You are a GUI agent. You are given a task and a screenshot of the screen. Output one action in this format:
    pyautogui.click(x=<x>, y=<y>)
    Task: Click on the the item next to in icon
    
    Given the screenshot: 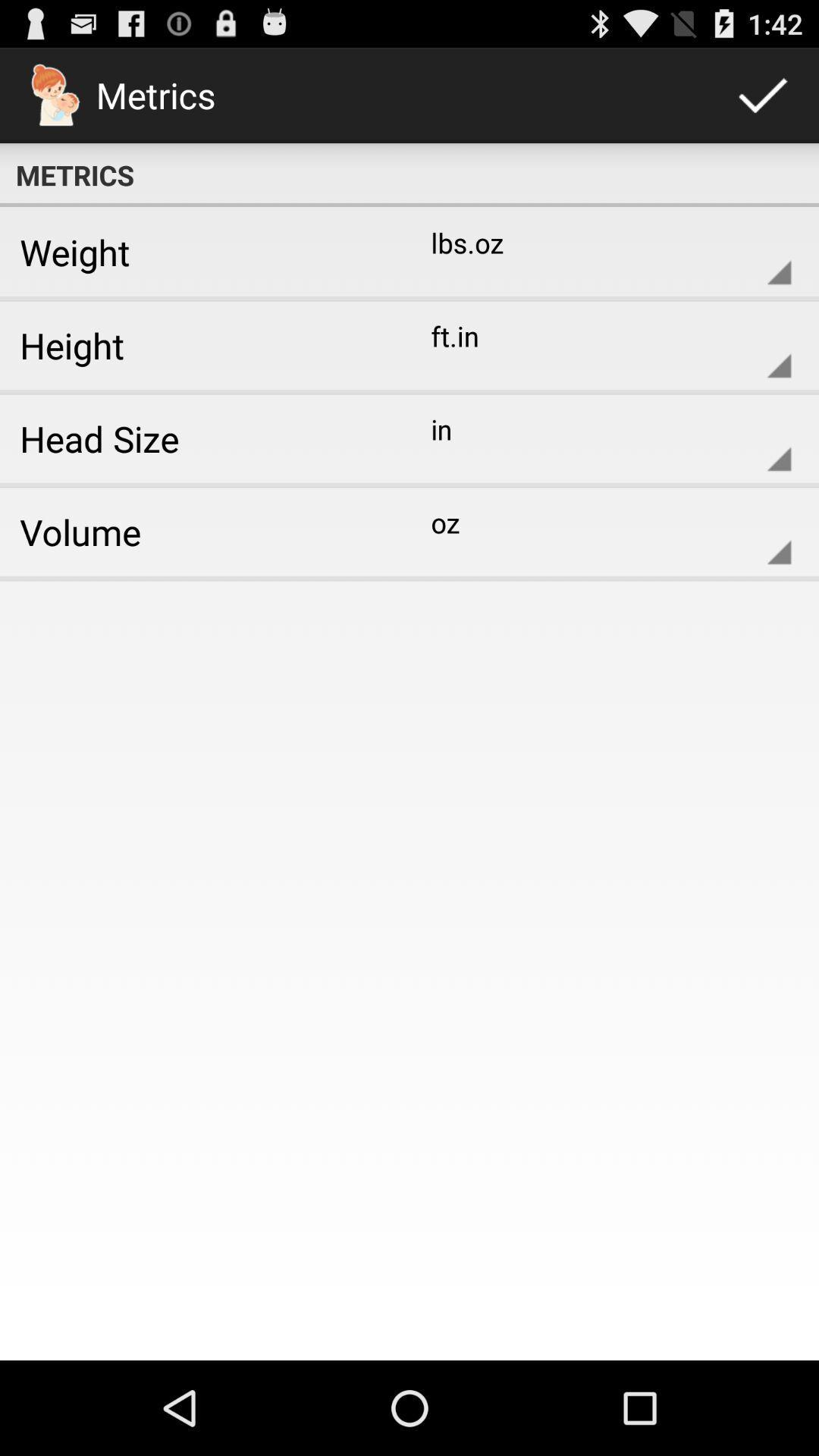 What is the action you would take?
    pyautogui.click(x=199, y=438)
    